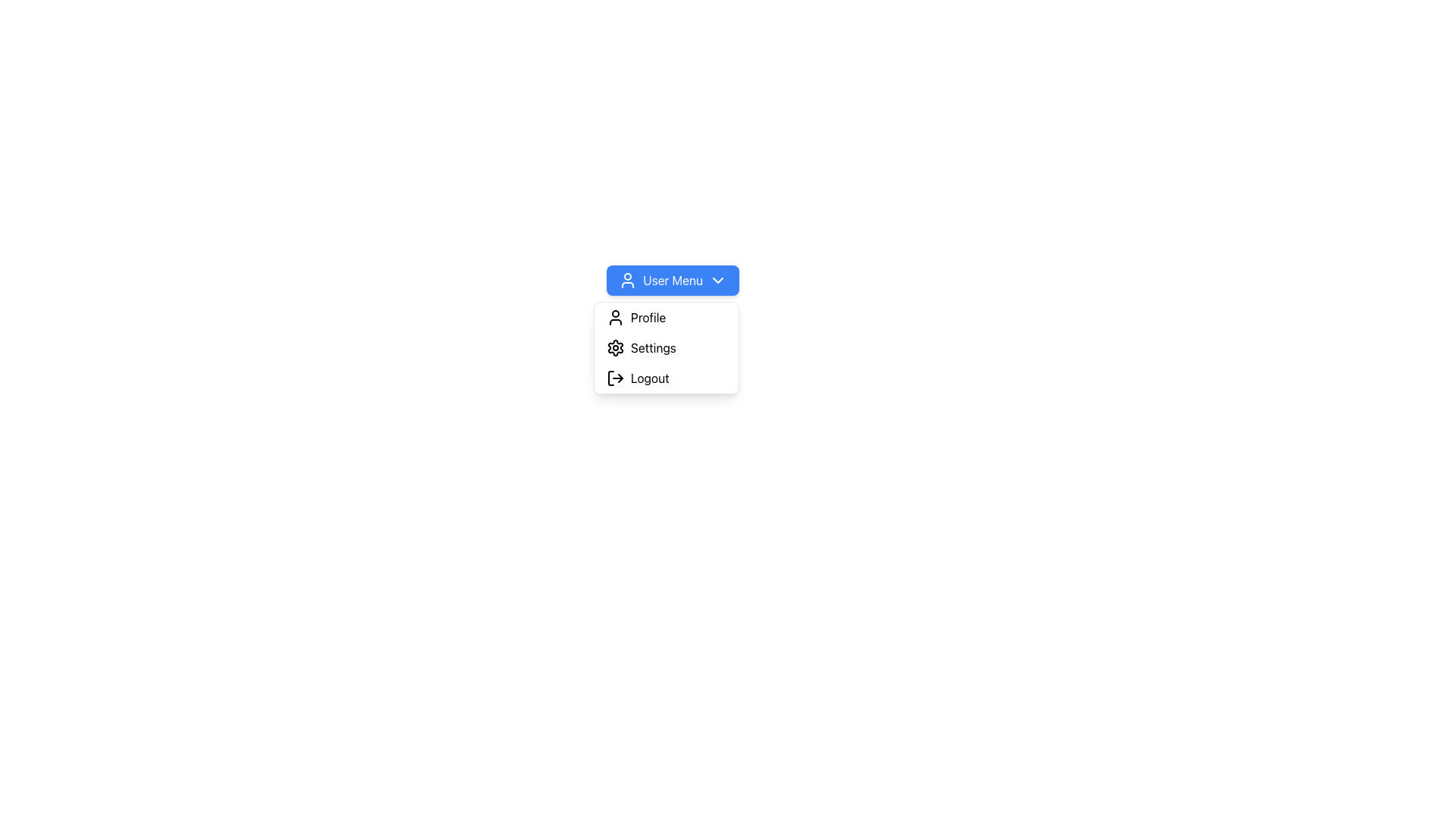  Describe the element at coordinates (717, 281) in the screenshot. I see `the downward-pointing chevron icon located to the right of the 'User Menu' text in the blue button` at that location.